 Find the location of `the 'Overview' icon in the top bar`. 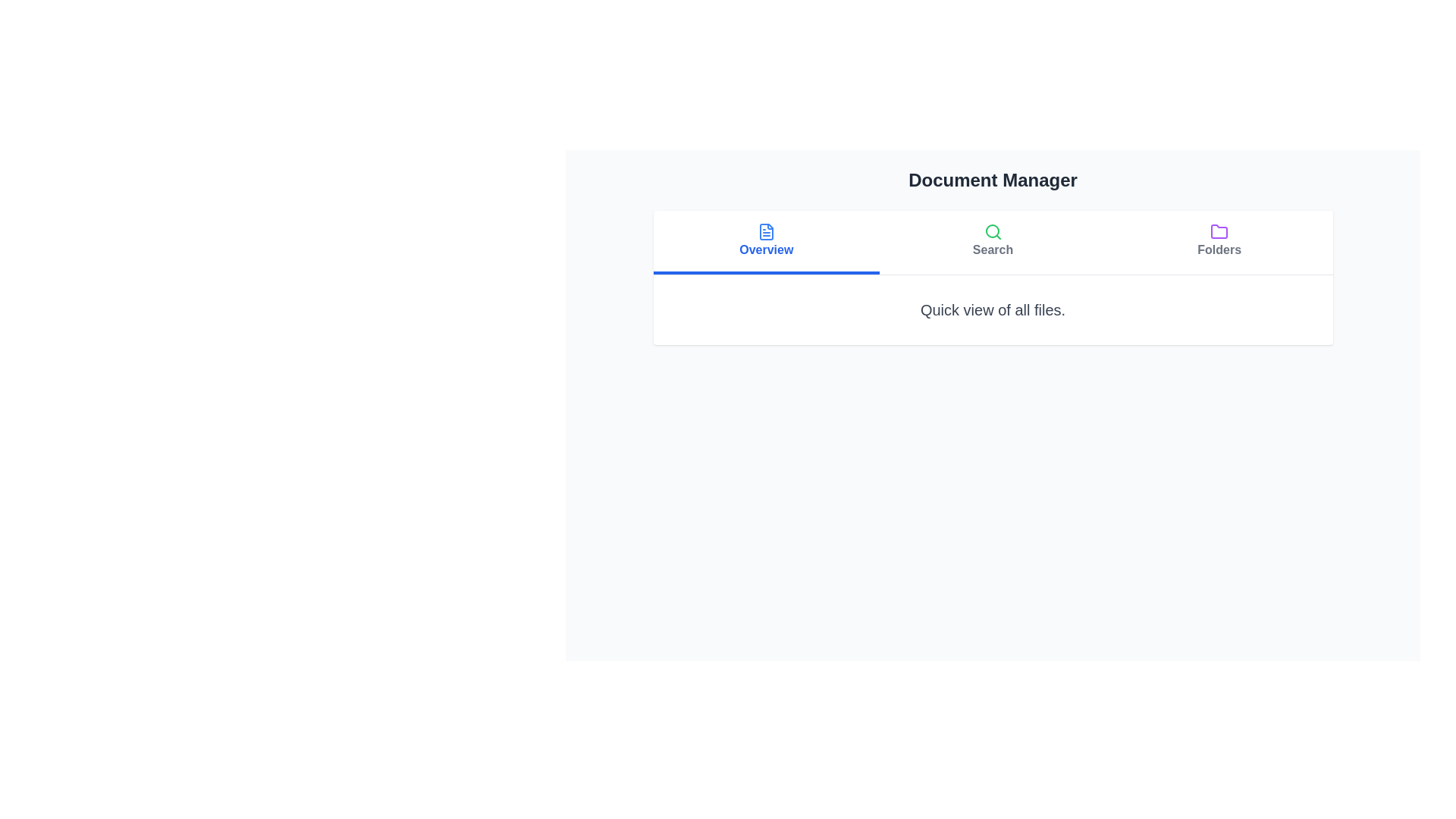

the 'Overview' icon in the top bar is located at coordinates (766, 231).